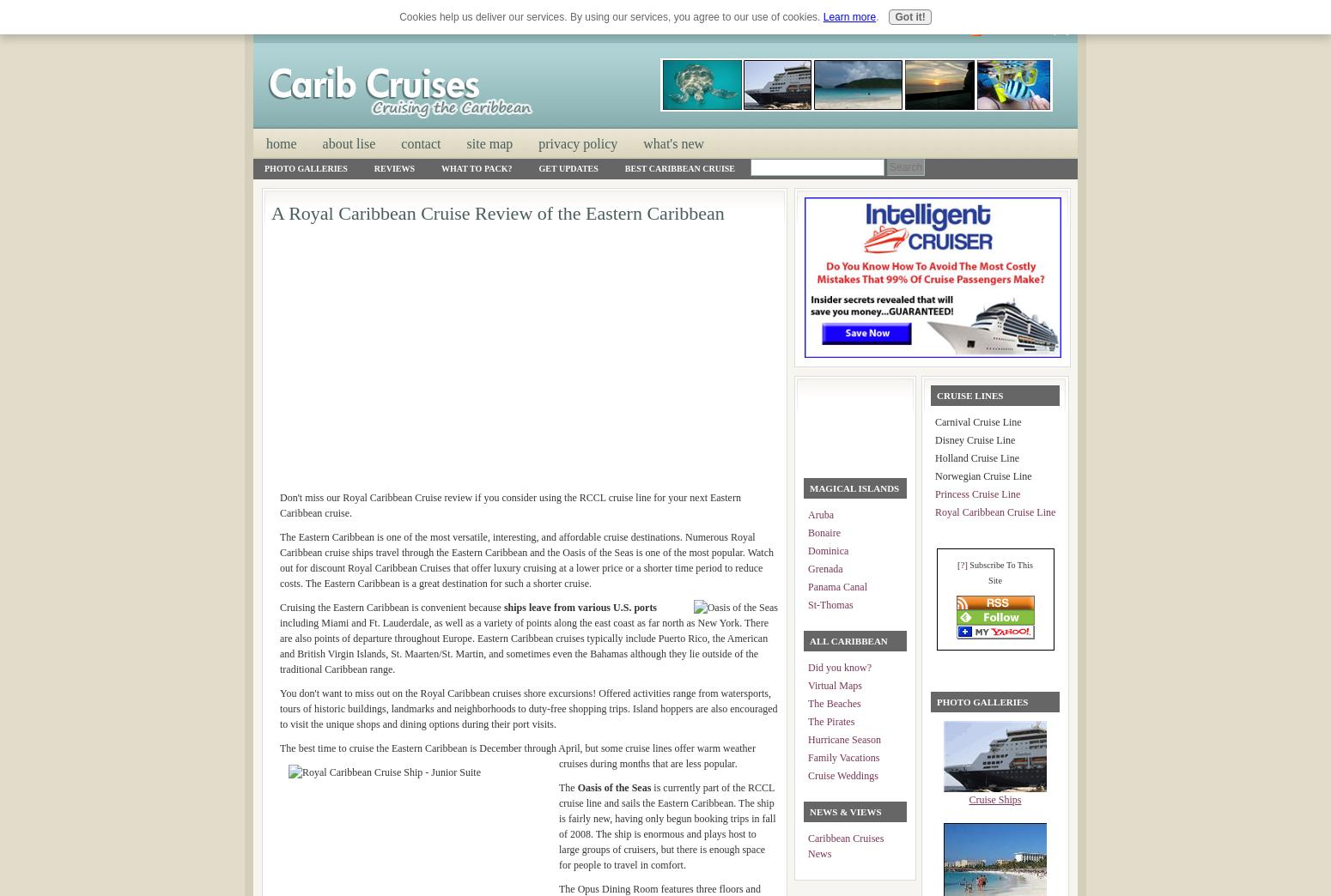 Image resolution: width=1331 pixels, height=896 pixels. I want to click on 'Cookies help us deliver our services. By using our services, you agree to our use of cookies.', so click(399, 15).